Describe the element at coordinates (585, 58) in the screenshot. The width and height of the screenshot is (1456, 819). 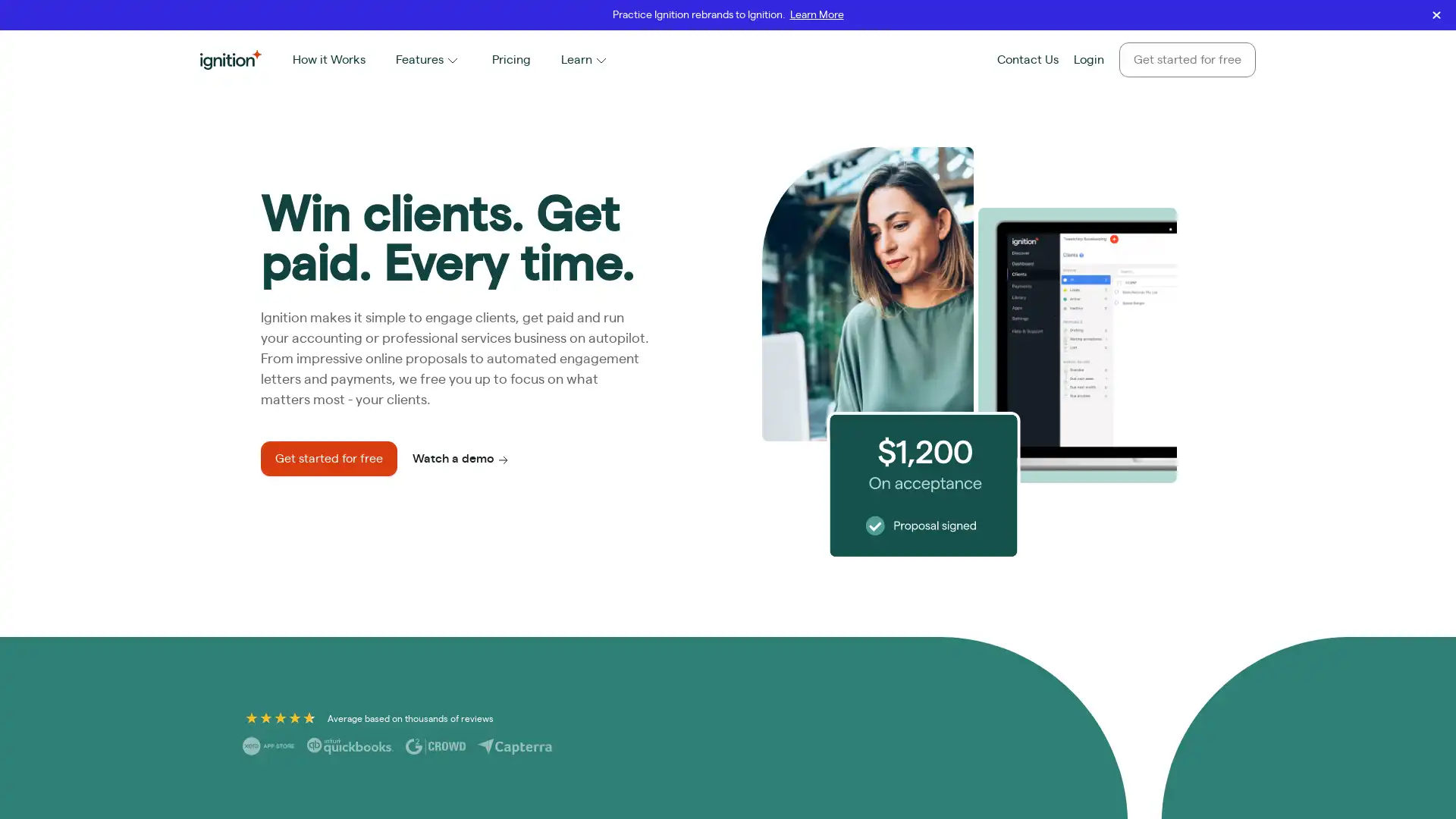
I see `Learn` at that location.